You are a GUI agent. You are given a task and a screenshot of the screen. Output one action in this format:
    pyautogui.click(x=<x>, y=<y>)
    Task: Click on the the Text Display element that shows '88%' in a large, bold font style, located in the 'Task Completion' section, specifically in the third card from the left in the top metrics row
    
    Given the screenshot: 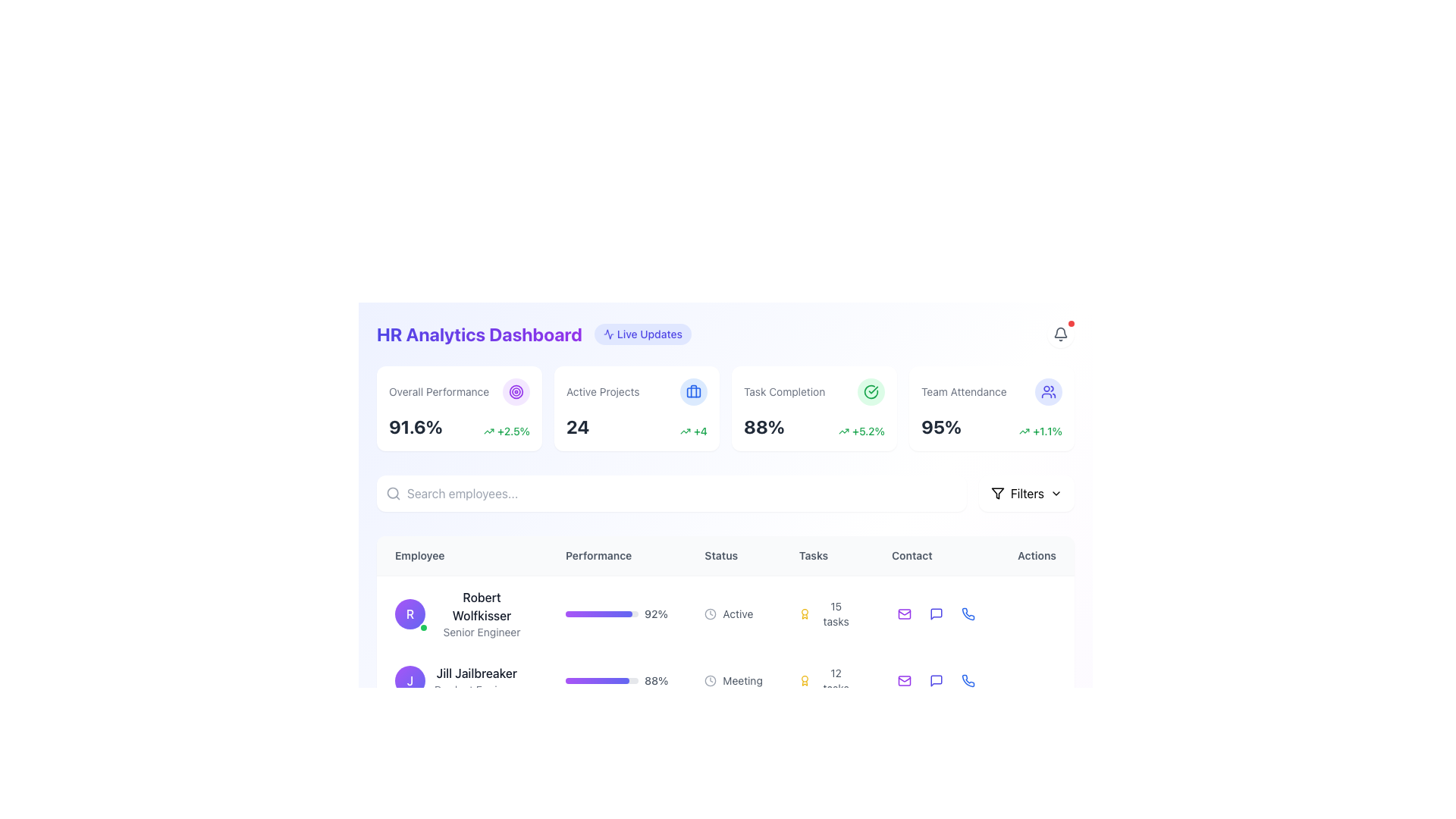 What is the action you would take?
    pyautogui.click(x=764, y=427)
    